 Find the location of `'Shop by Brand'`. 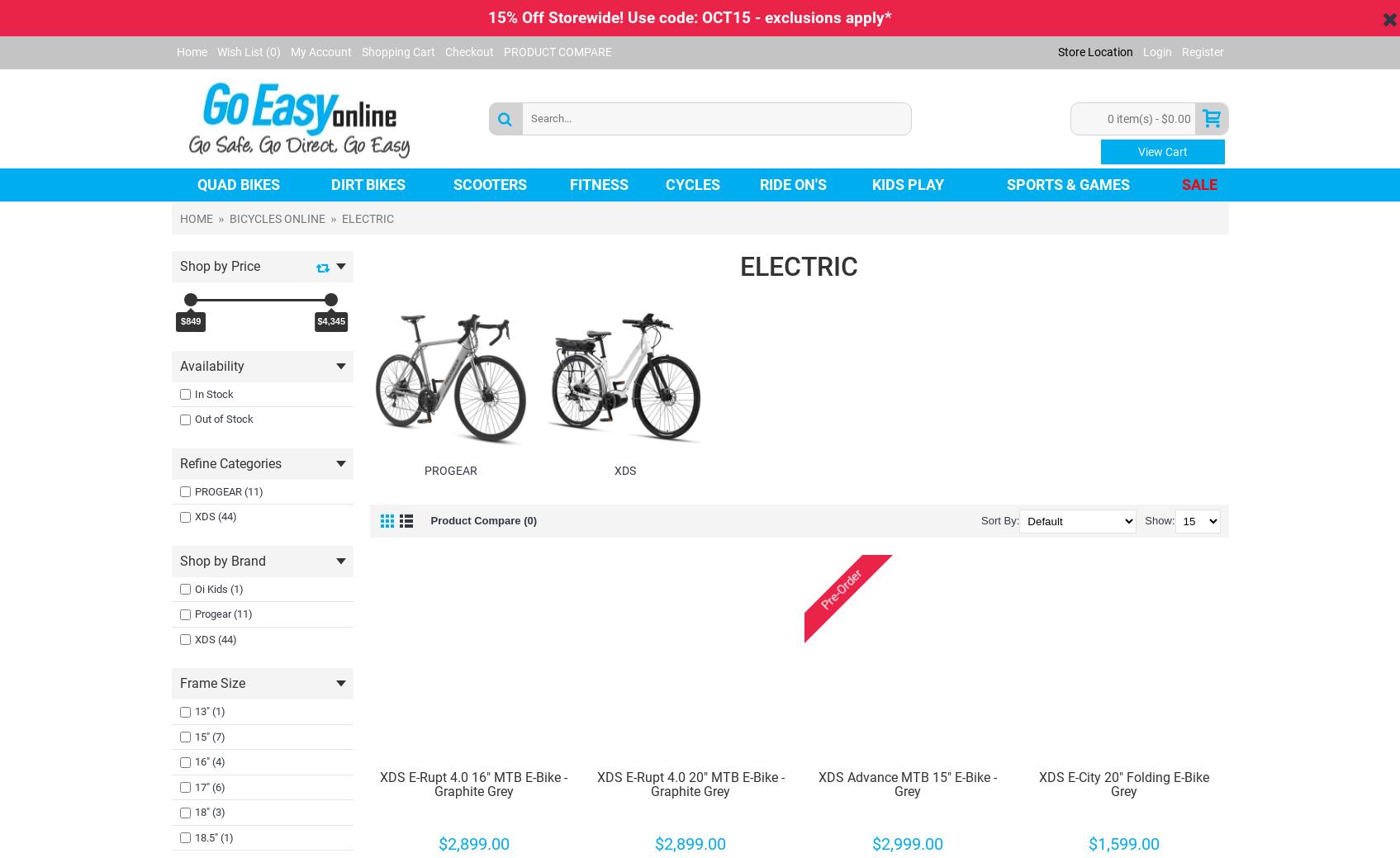

'Shop by Brand' is located at coordinates (221, 560).